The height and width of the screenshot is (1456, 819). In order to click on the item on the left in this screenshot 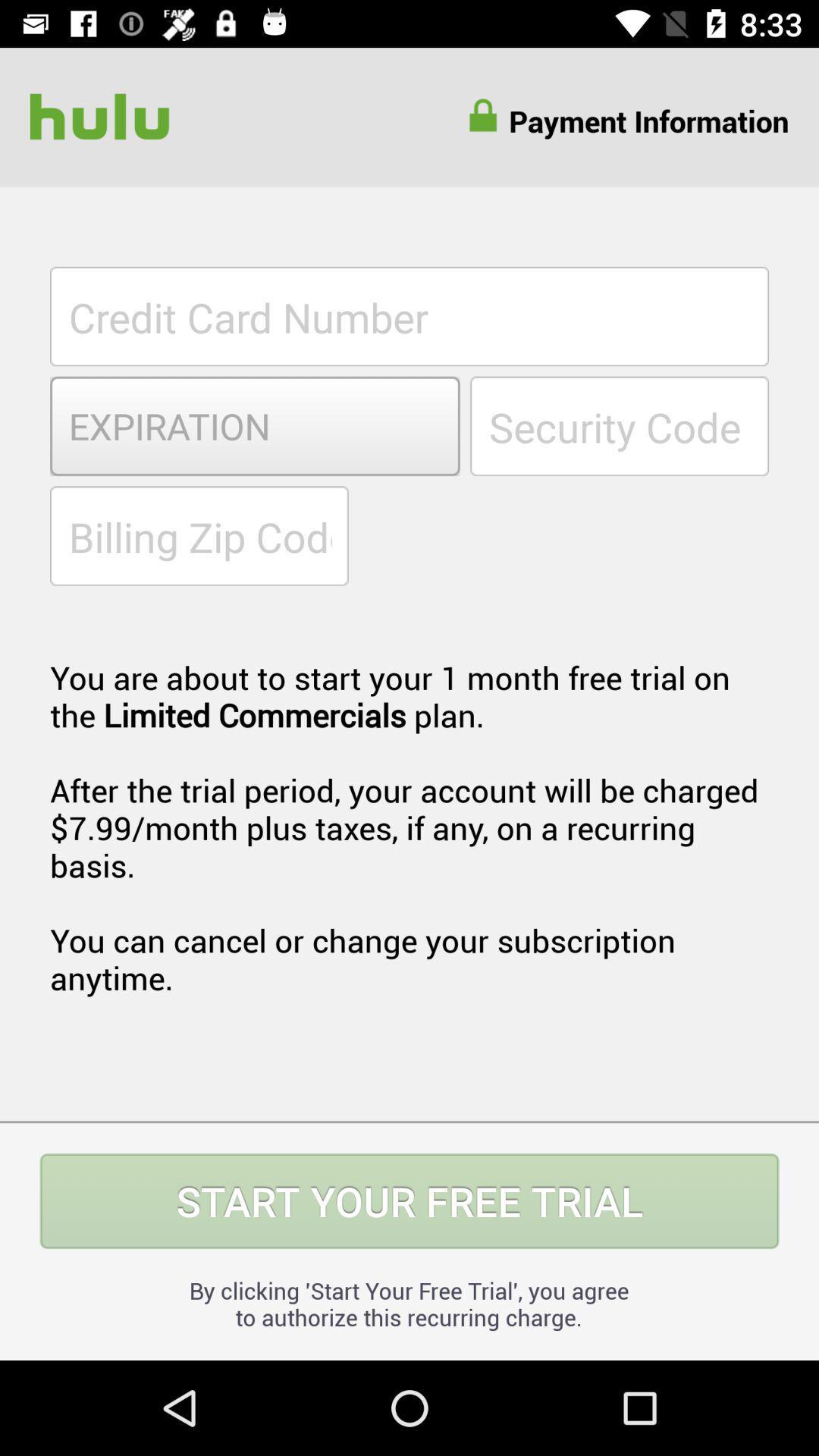, I will do `click(198, 535)`.